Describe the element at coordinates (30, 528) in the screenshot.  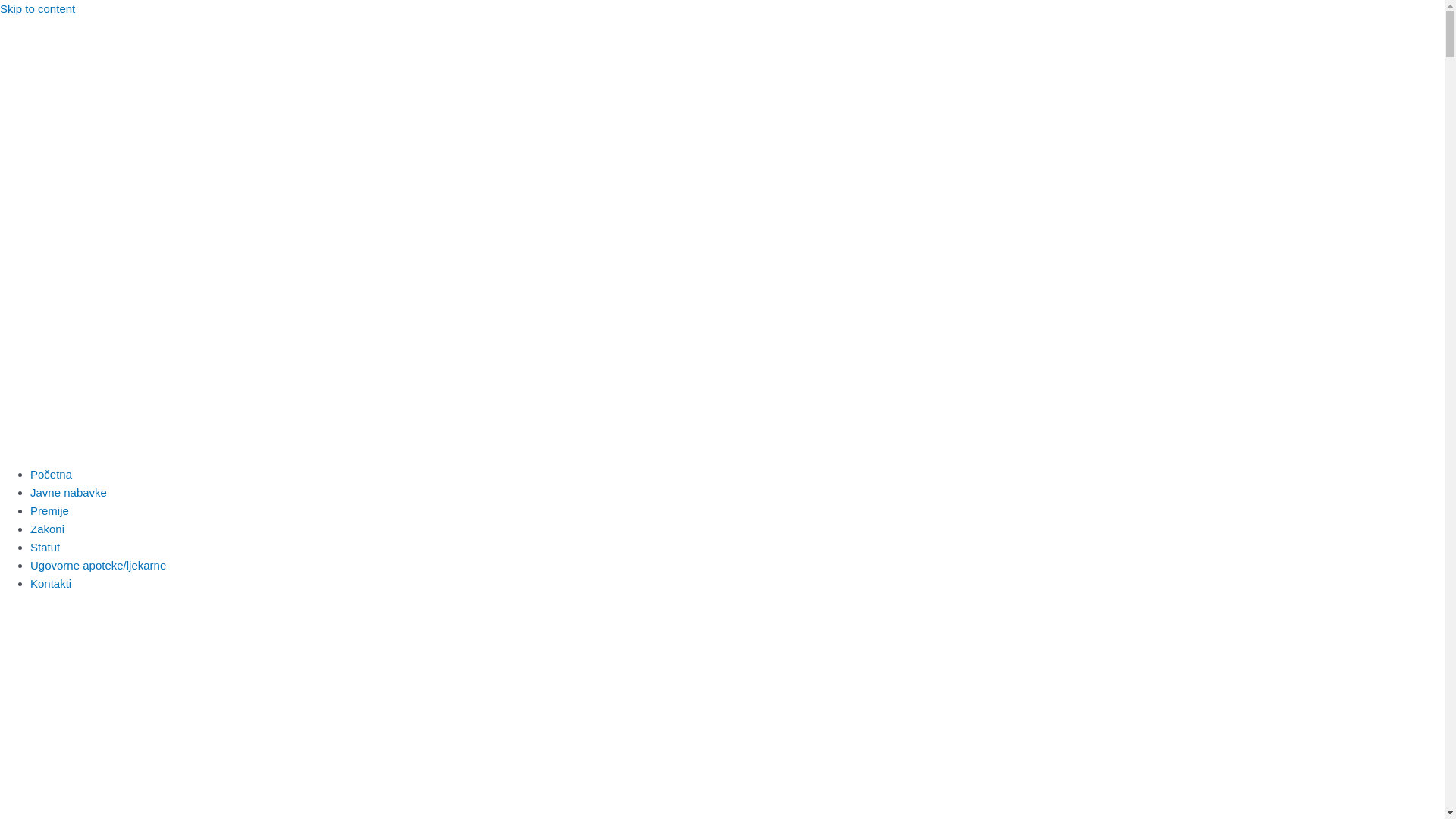
I see `'Zakoni'` at that location.